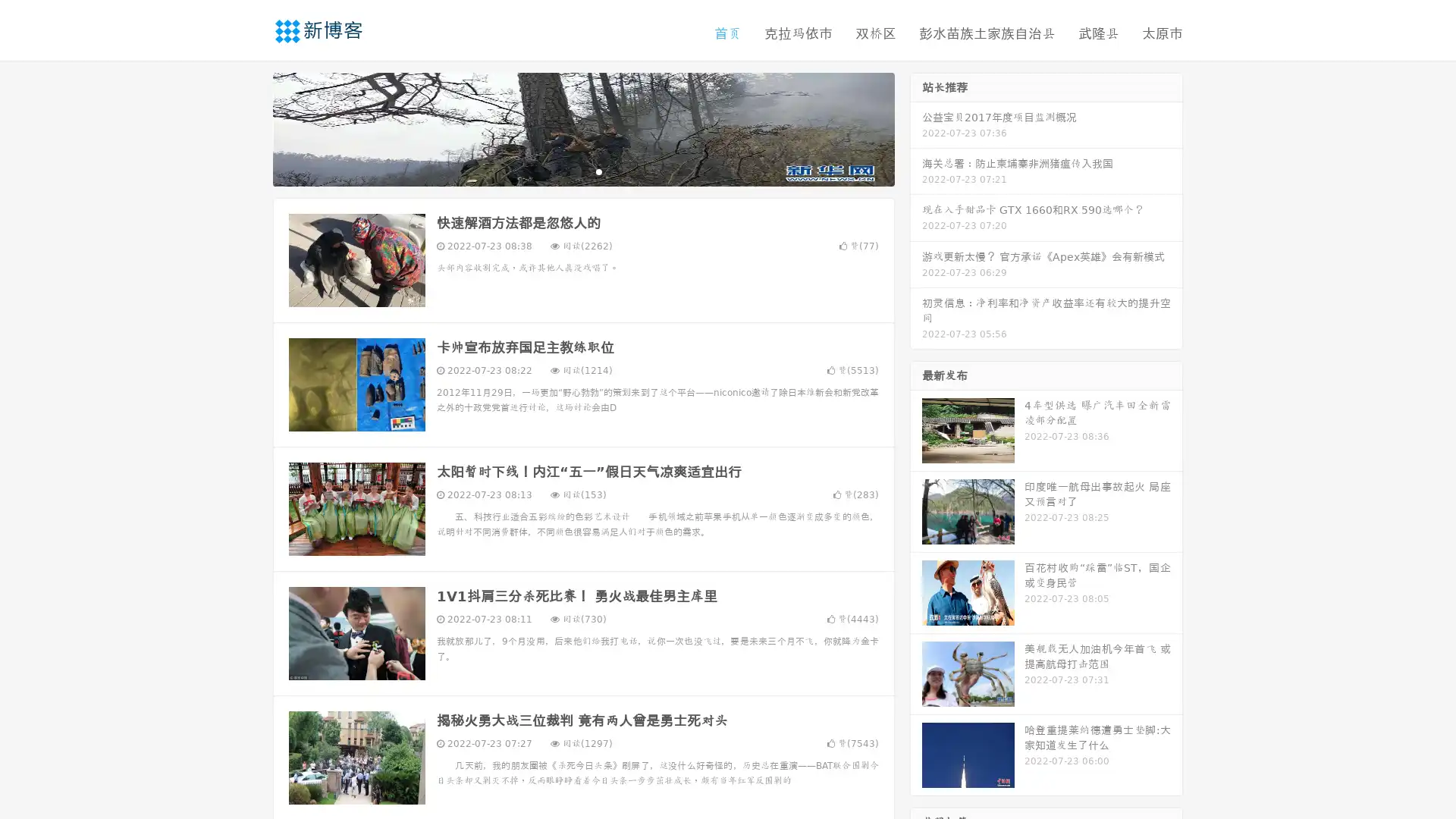 Image resolution: width=1456 pixels, height=819 pixels. Describe the element at coordinates (250, 127) in the screenshot. I see `Previous slide` at that location.